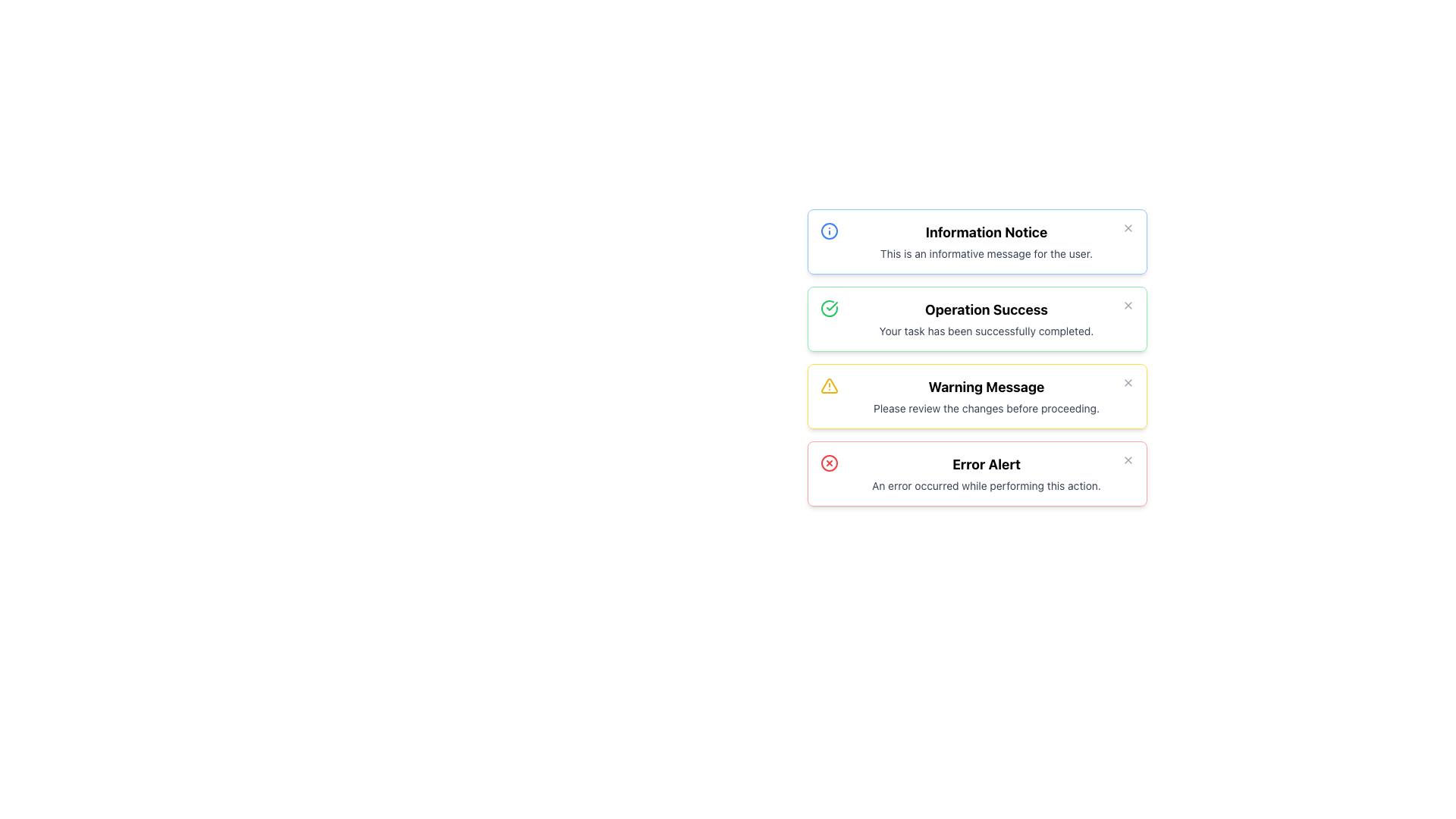 The height and width of the screenshot is (819, 1456). What do you see at coordinates (1128, 459) in the screenshot?
I see `the dismiss button represented by an 'X' icon located at the top-right corner of the red-bordered 'Error Alert' notification box` at bounding box center [1128, 459].